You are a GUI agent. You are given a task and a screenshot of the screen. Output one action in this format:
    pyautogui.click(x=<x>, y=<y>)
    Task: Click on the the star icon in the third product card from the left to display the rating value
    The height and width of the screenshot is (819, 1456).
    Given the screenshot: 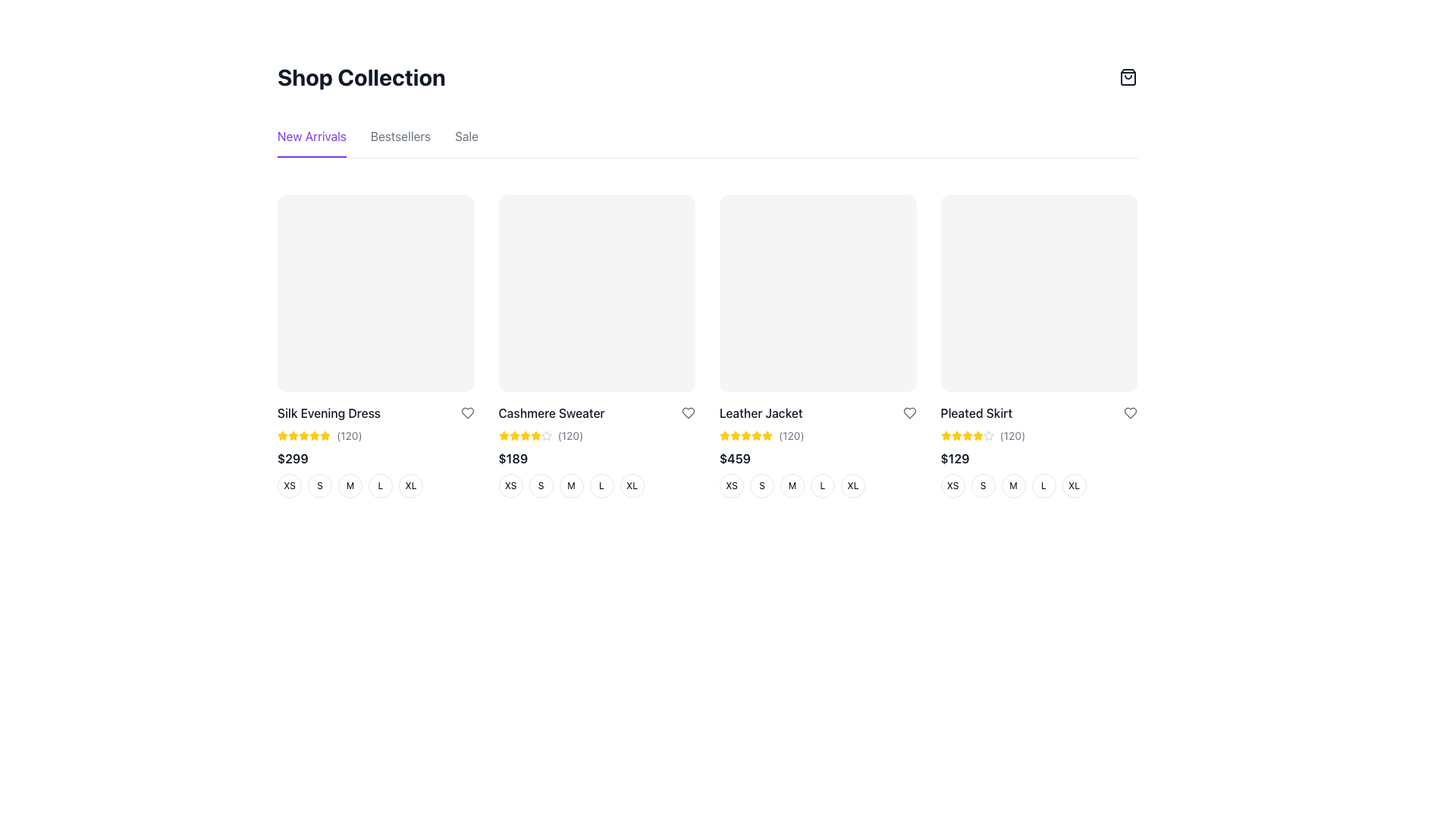 What is the action you would take?
    pyautogui.click(x=757, y=435)
    